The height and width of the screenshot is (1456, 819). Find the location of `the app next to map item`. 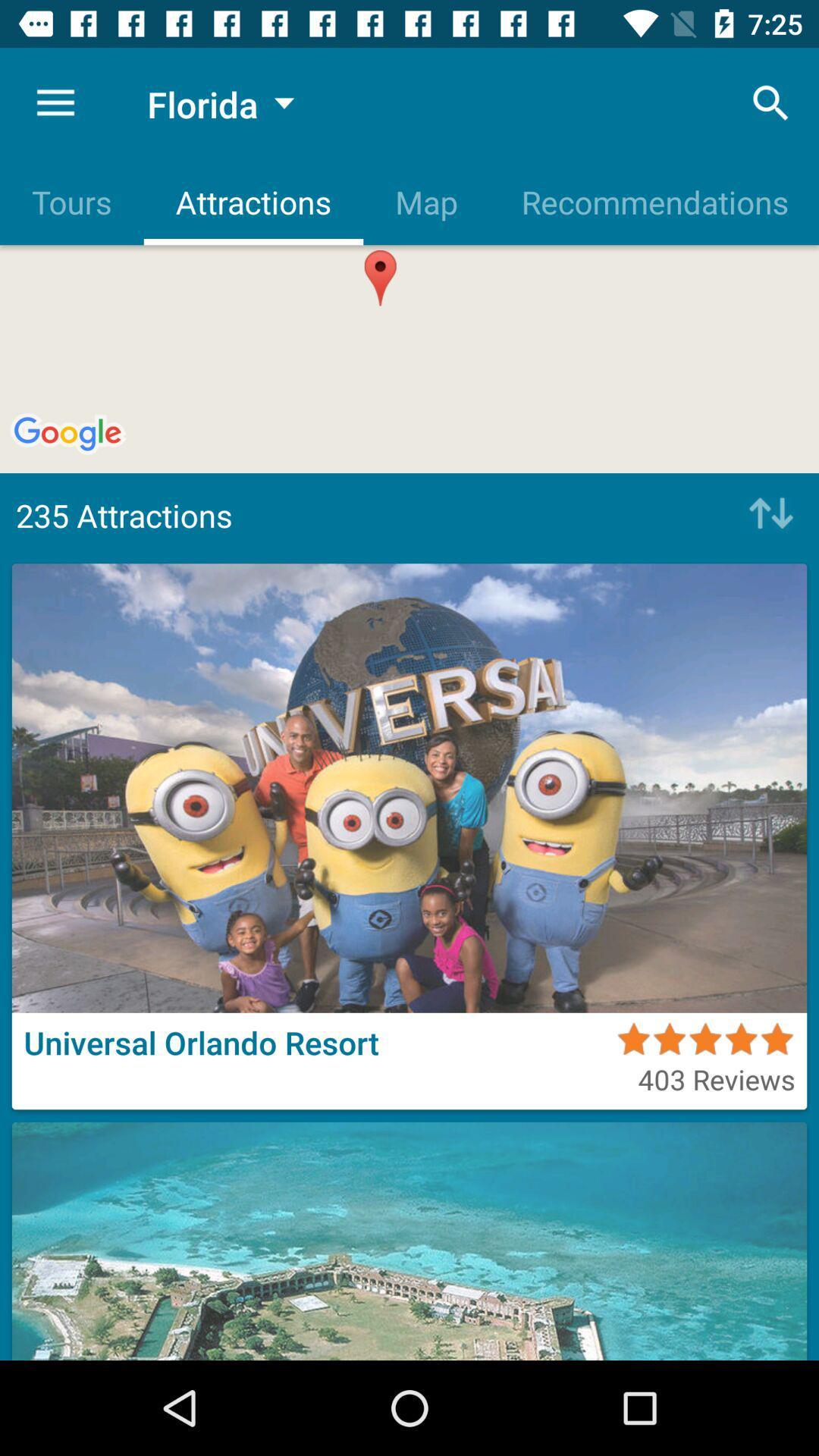

the app next to map item is located at coordinates (771, 102).